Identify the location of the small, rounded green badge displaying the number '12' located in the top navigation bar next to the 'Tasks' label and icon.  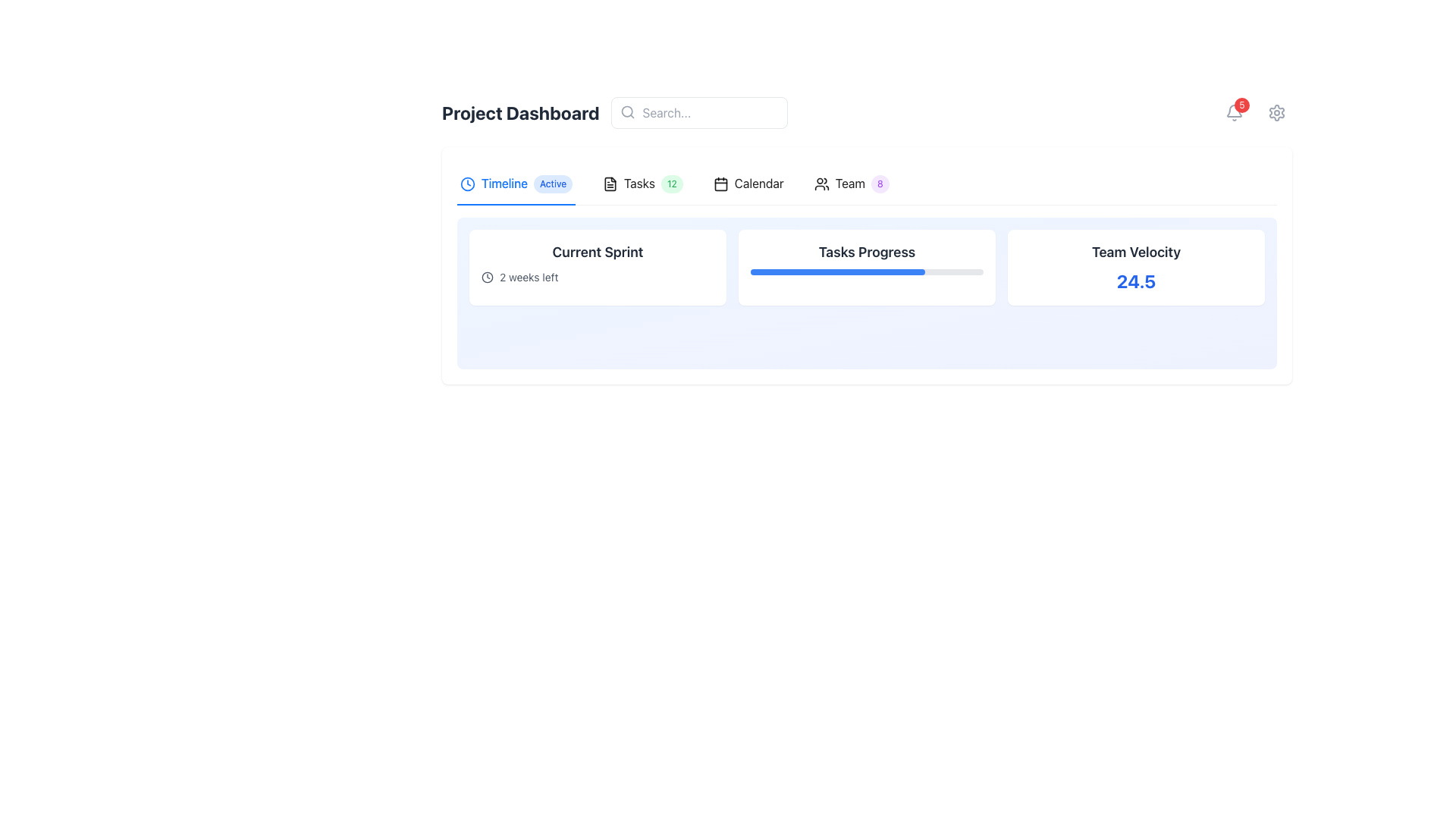
(671, 183).